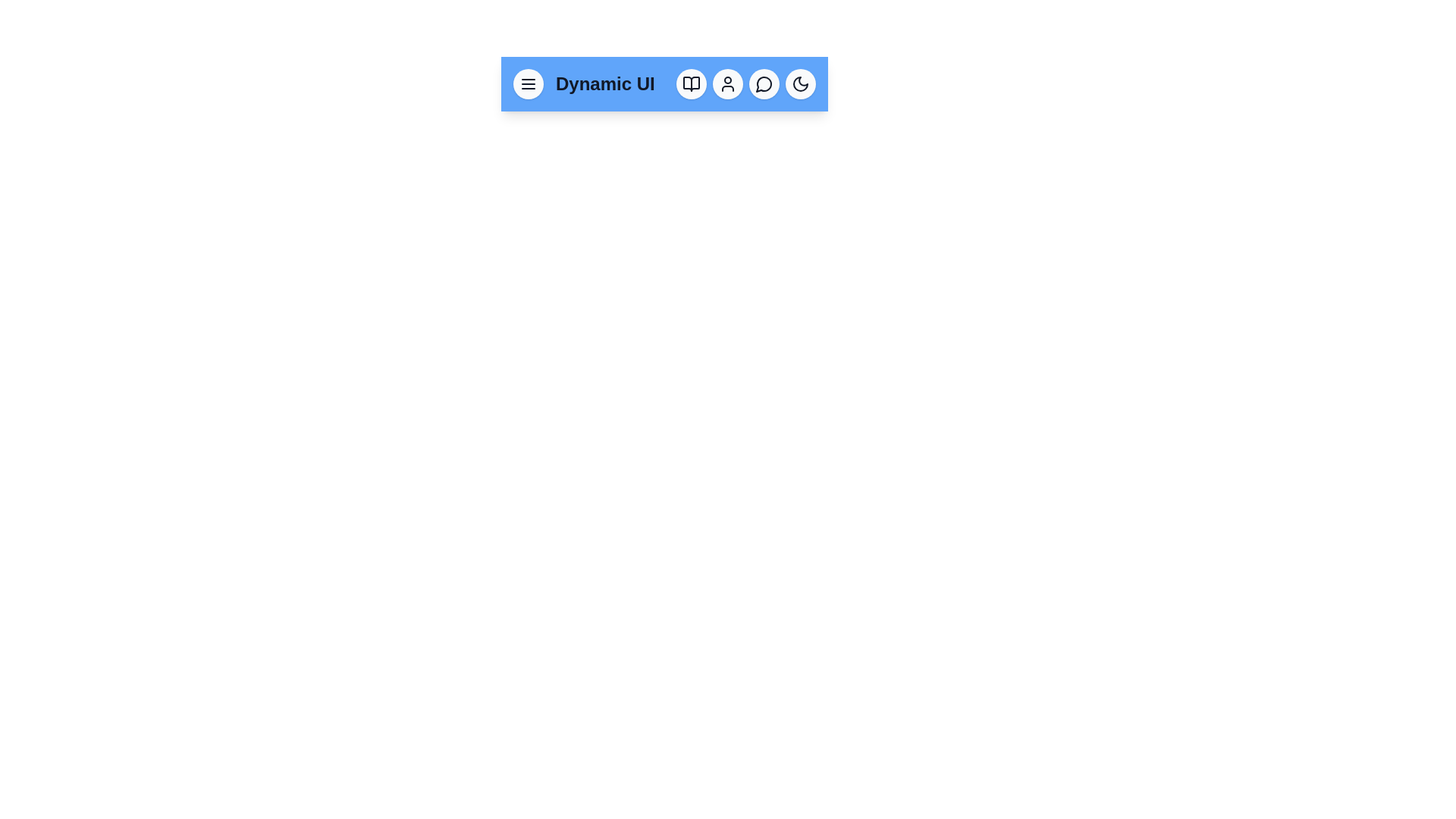 The image size is (1456, 819). I want to click on the message icon to view messages, so click(764, 84).